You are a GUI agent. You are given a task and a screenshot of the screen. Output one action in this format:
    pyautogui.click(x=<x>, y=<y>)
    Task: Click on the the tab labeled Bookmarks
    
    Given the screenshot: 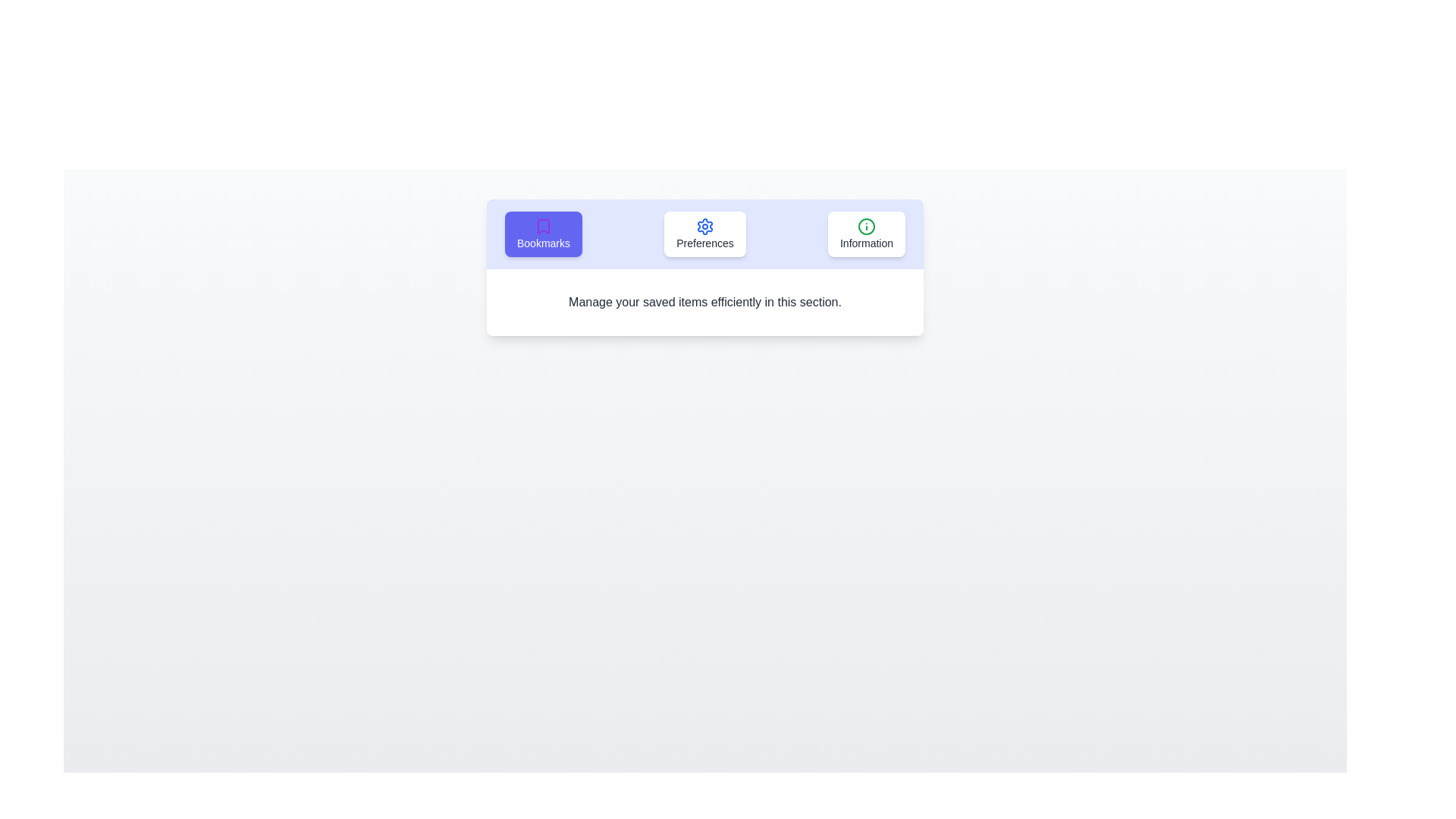 What is the action you would take?
    pyautogui.click(x=543, y=234)
    